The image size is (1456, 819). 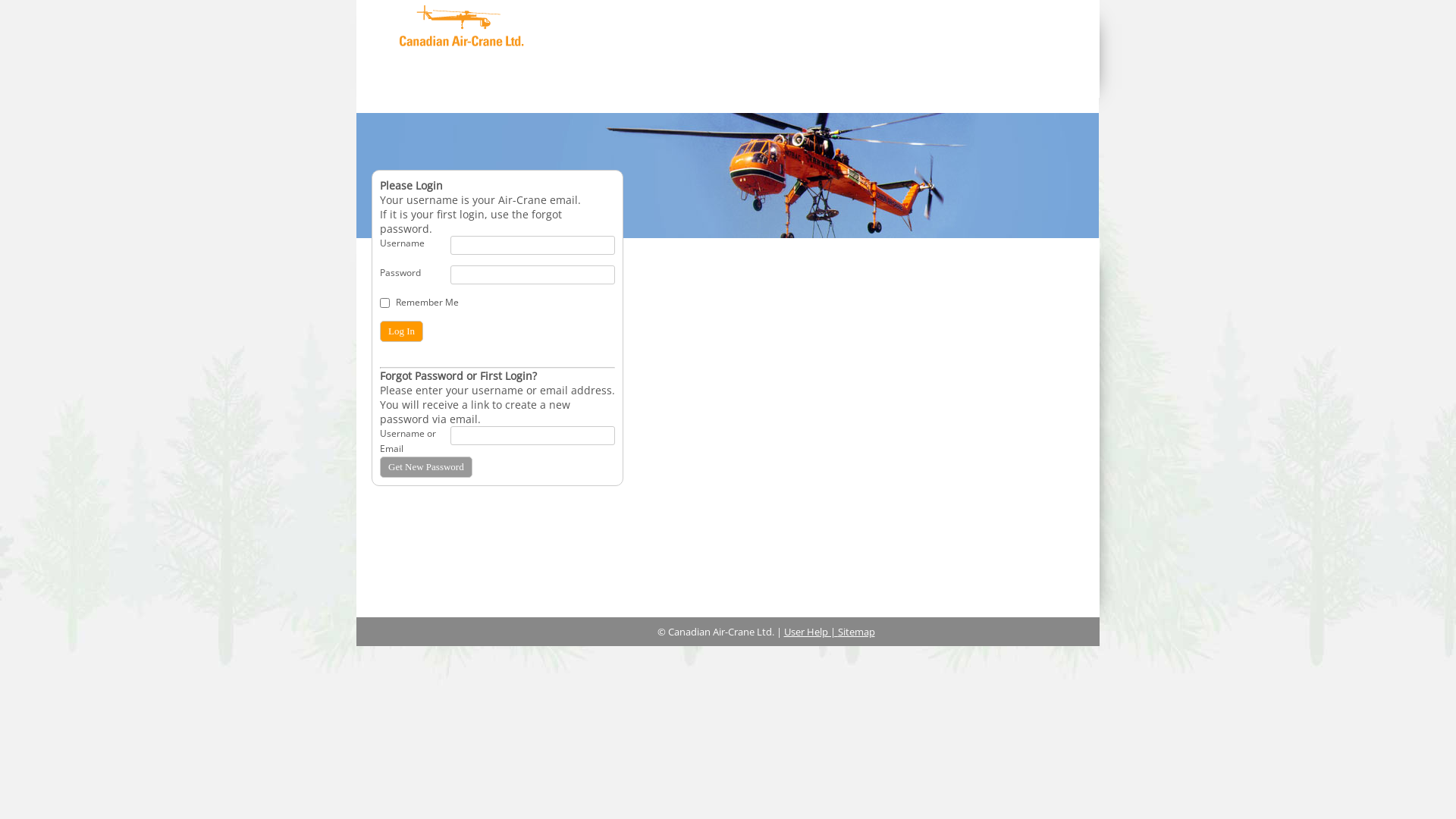 What do you see at coordinates (855, 632) in the screenshot?
I see `'Sitemap'` at bounding box center [855, 632].